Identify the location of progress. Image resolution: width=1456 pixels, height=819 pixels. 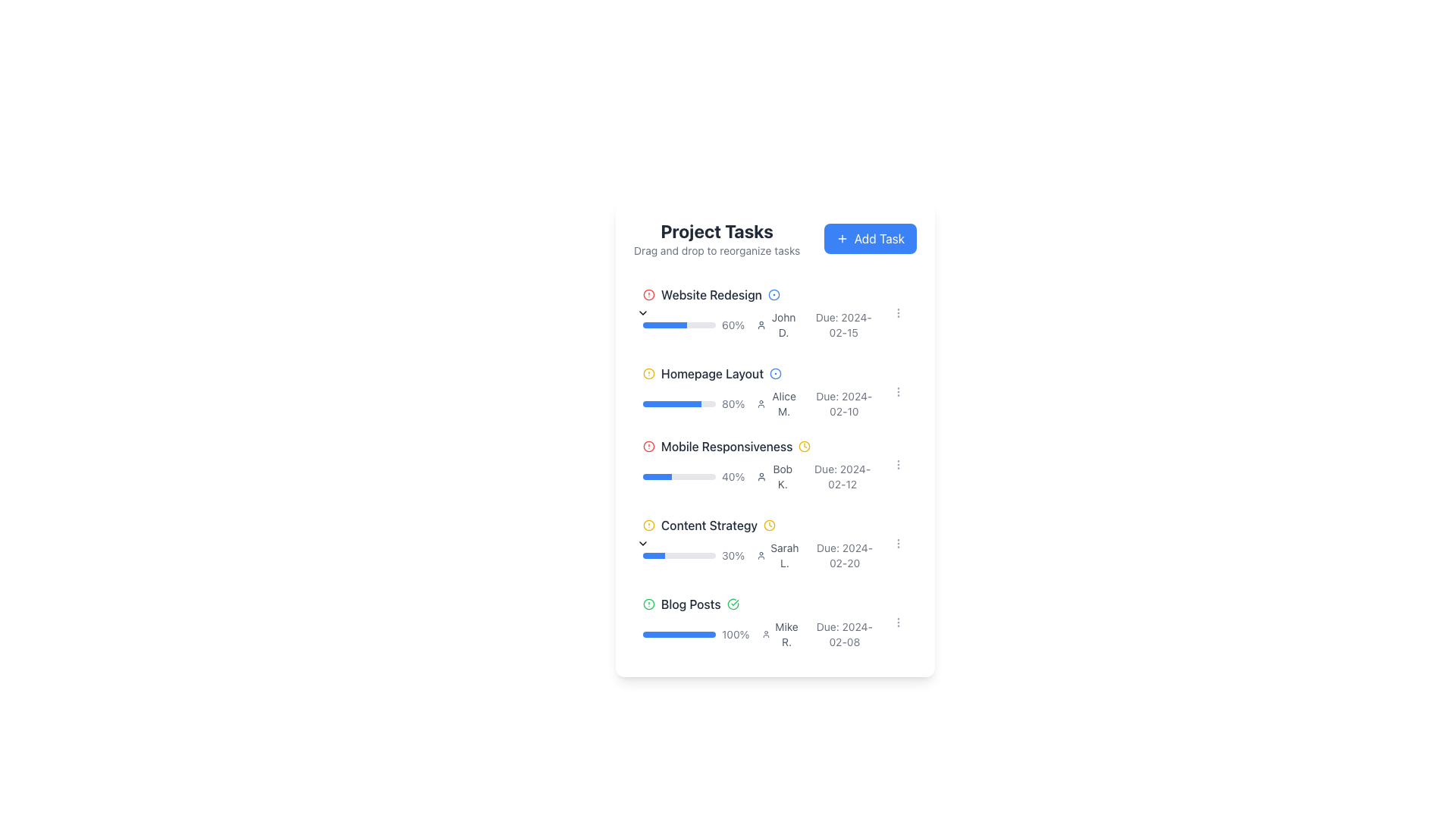
(665, 475).